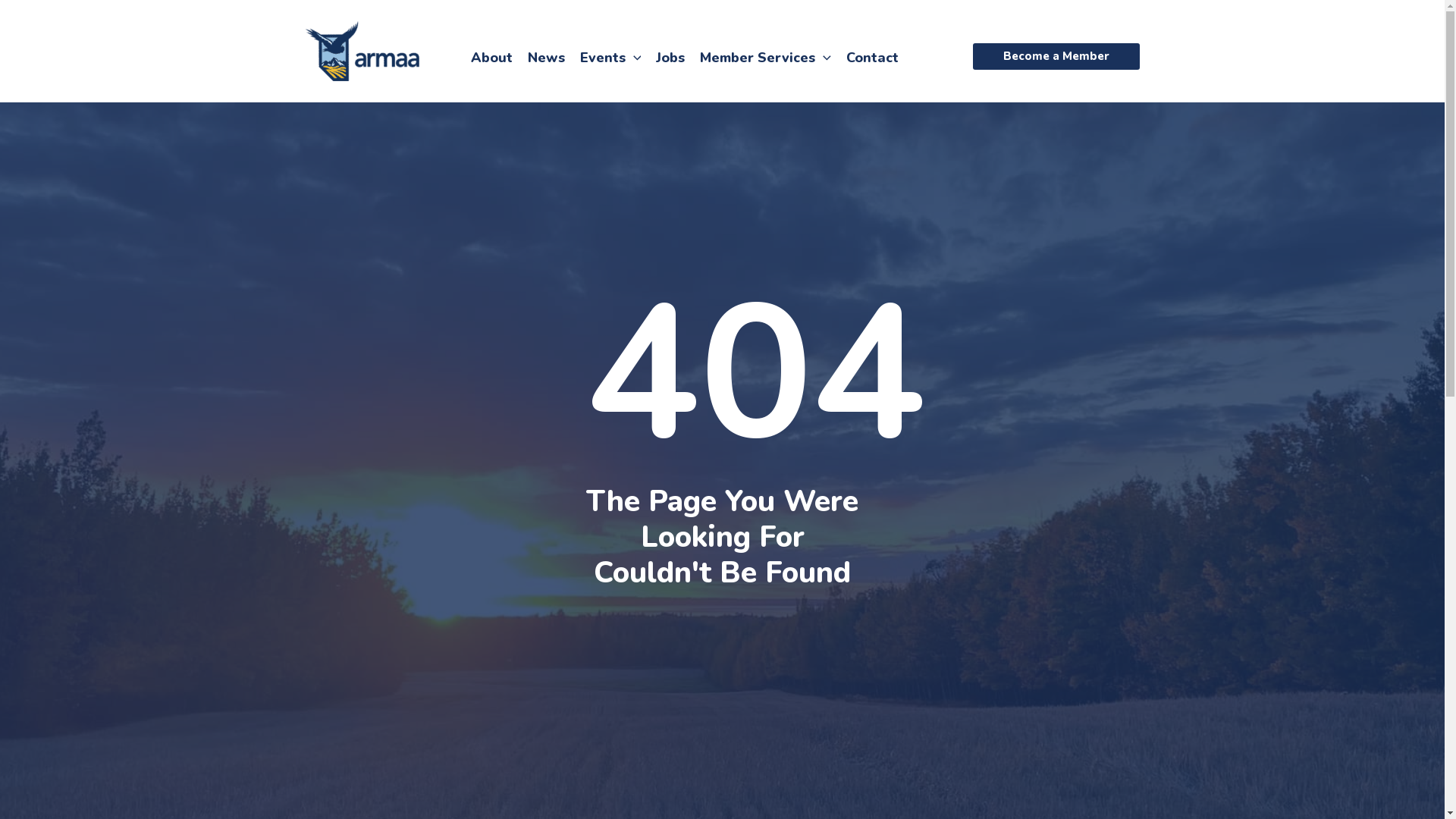  I want to click on 'About', so click(491, 55).